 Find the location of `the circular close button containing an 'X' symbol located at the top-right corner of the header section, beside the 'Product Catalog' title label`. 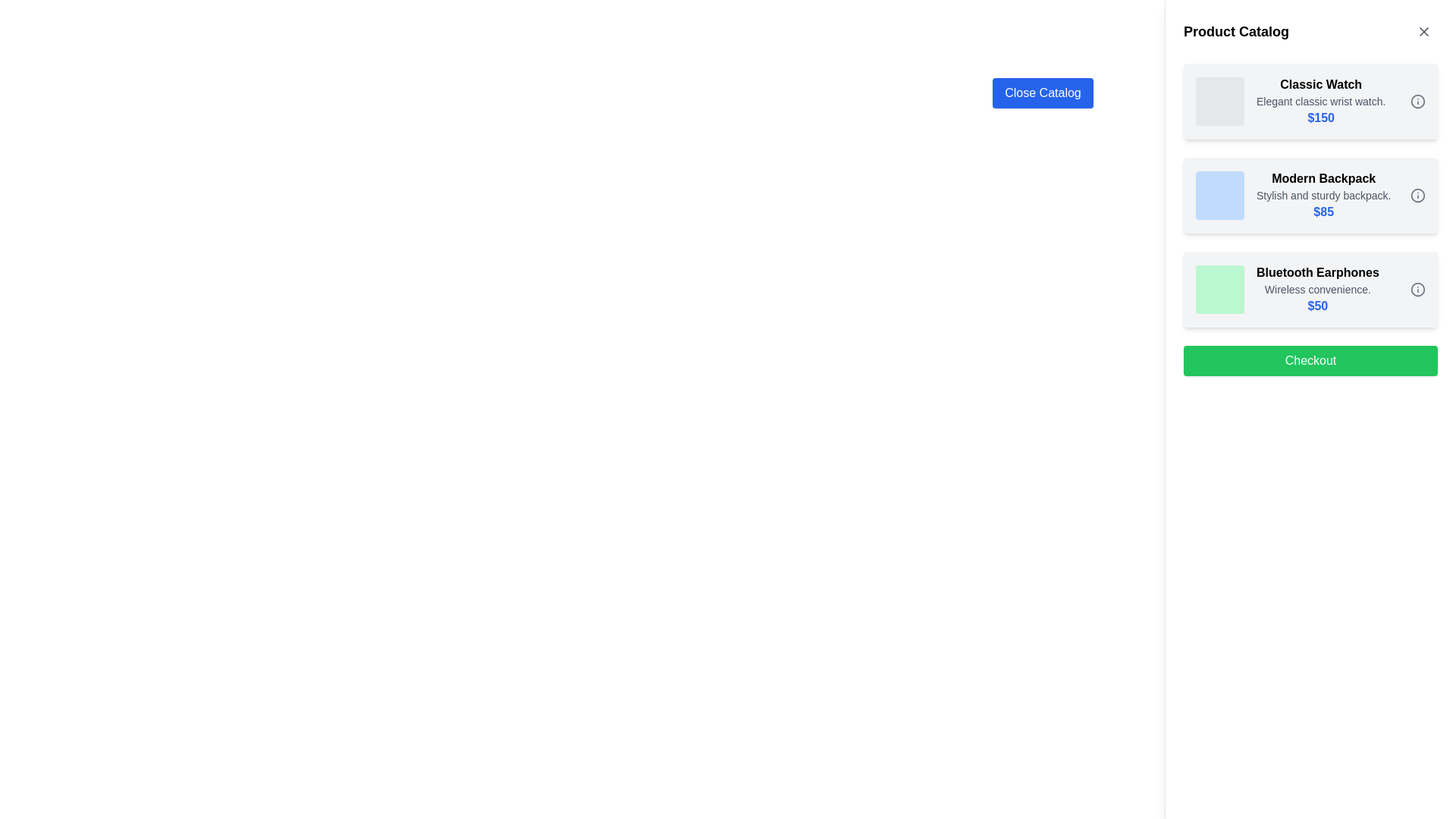

the circular close button containing an 'X' symbol located at the top-right corner of the header section, beside the 'Product Catalog' title label is located at coordinates (1423, 32).